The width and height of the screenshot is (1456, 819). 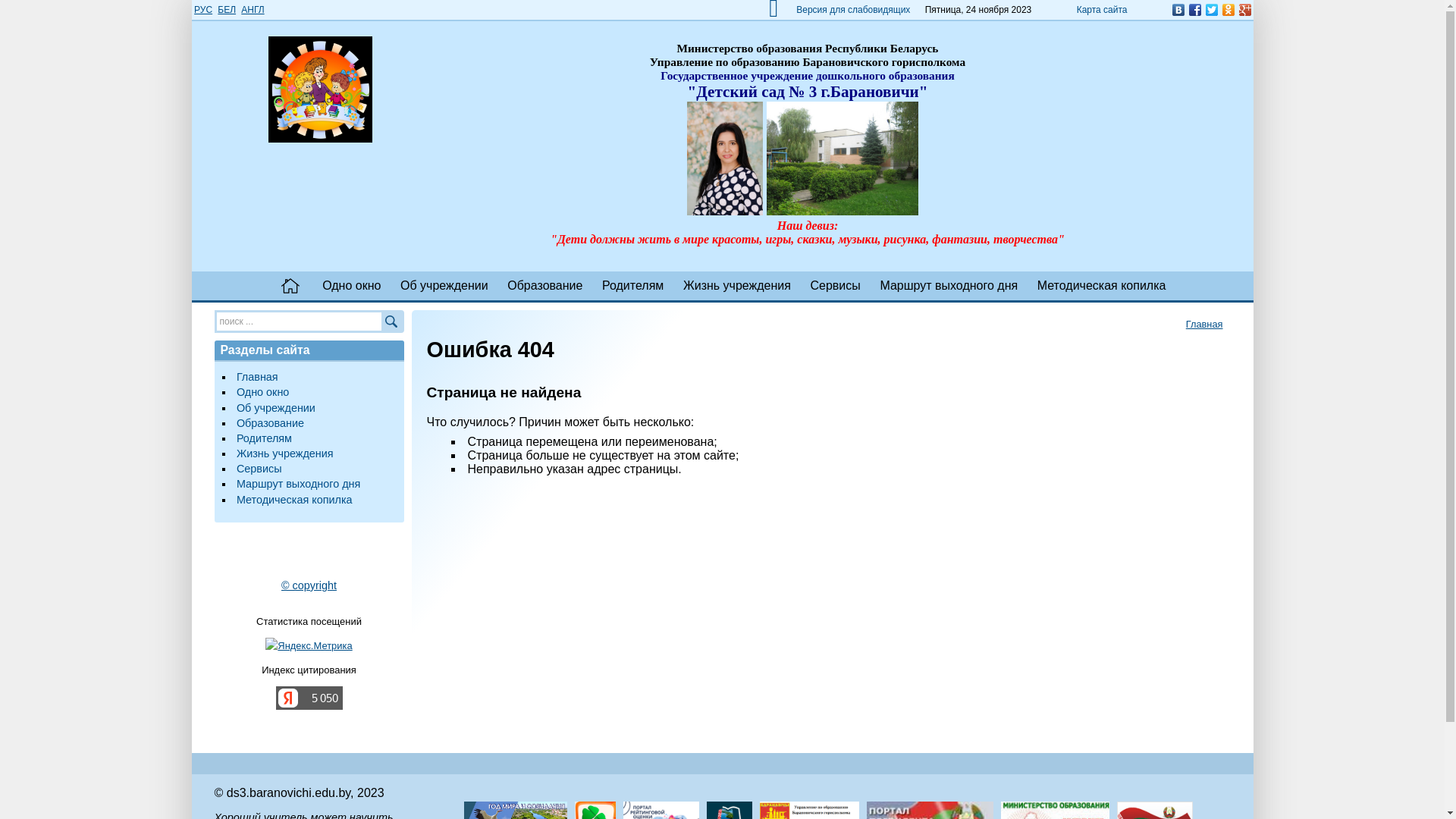 I want to click on 'Google Plus', so click(x=1236, y=9).